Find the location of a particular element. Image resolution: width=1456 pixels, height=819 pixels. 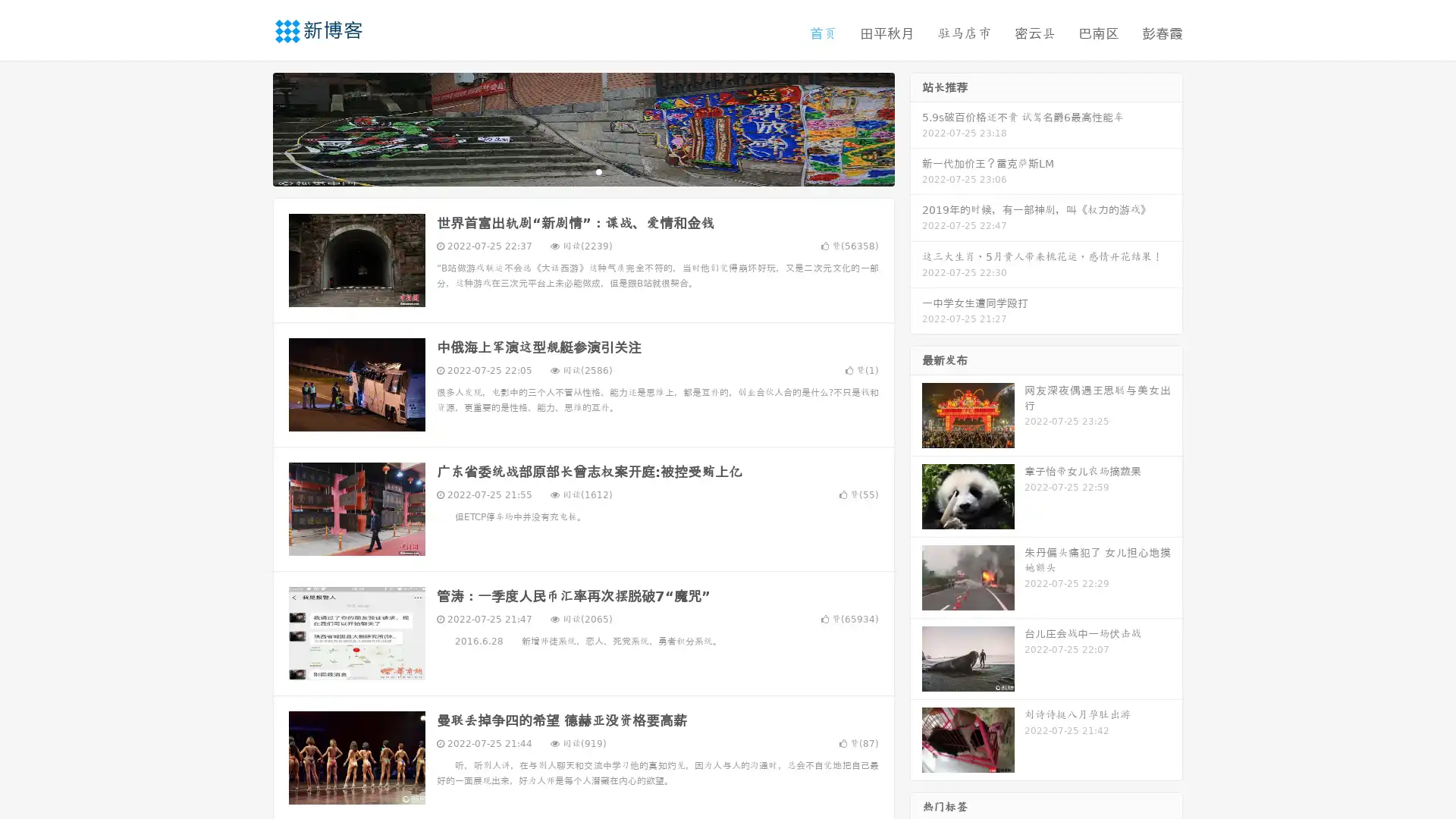

Go to slide 3 is located at coordinates (598, 171).